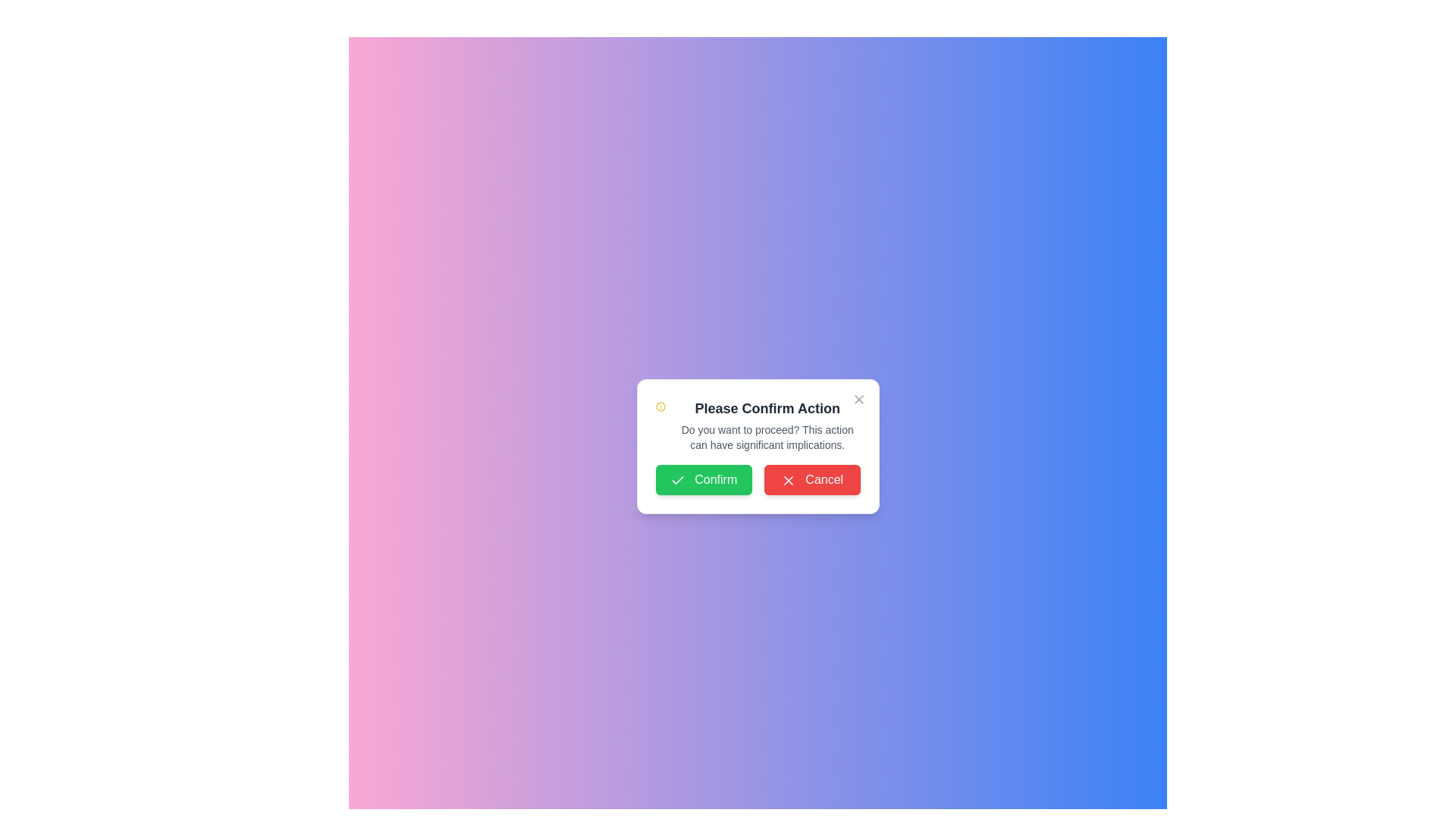 This screenshot has width=1456, height=819. What do you see at coordinates (767, 408) in the screenshot?
I see `the Text label at the top of the modal dialog, which serves as the title indicating the purpose of the dialog` at bounding box center [767, 408].